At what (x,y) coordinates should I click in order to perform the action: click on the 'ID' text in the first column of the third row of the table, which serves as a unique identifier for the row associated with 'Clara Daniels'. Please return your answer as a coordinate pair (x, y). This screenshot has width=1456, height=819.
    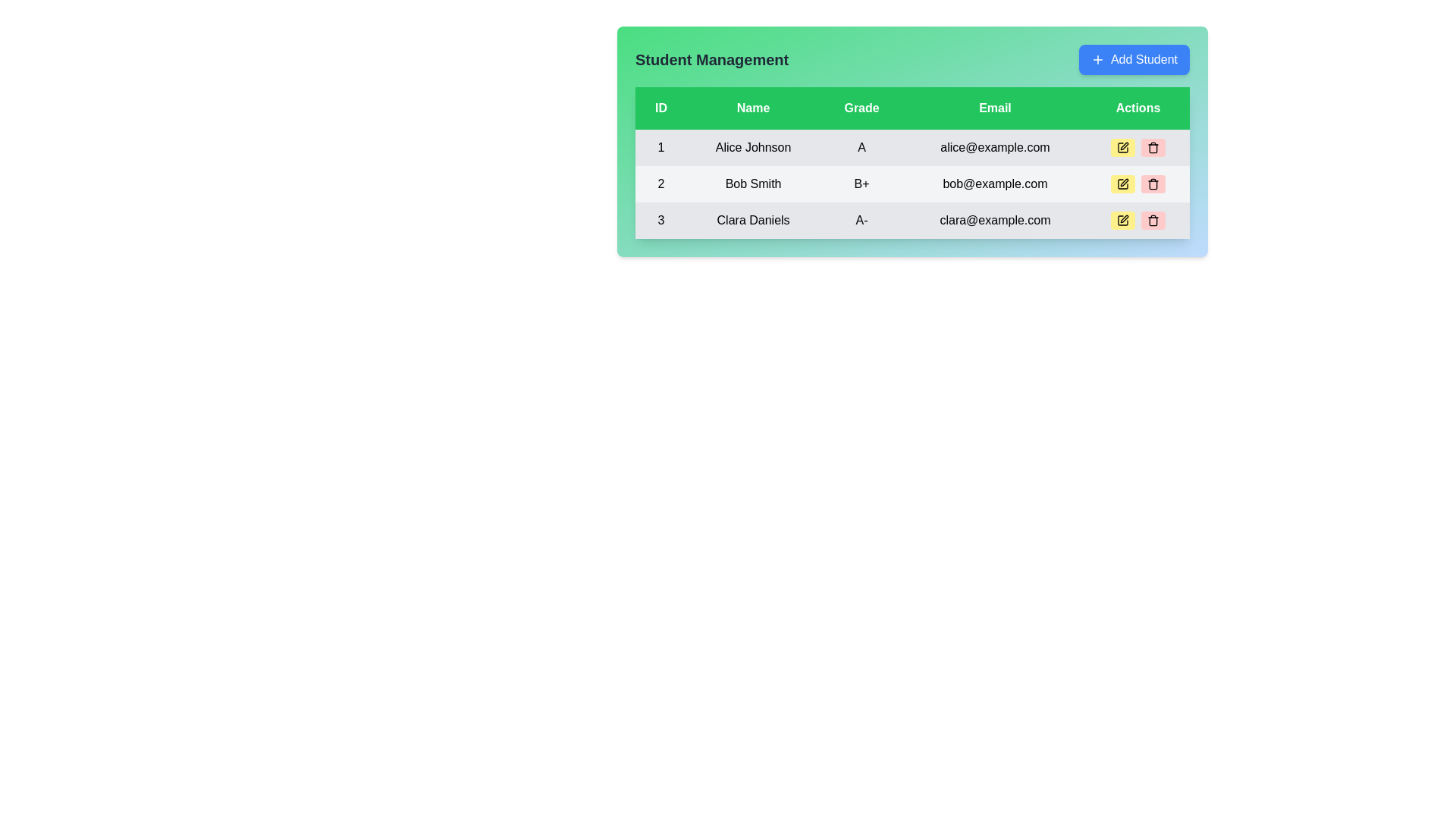
    Looking at the image, I should click on (661, 220).